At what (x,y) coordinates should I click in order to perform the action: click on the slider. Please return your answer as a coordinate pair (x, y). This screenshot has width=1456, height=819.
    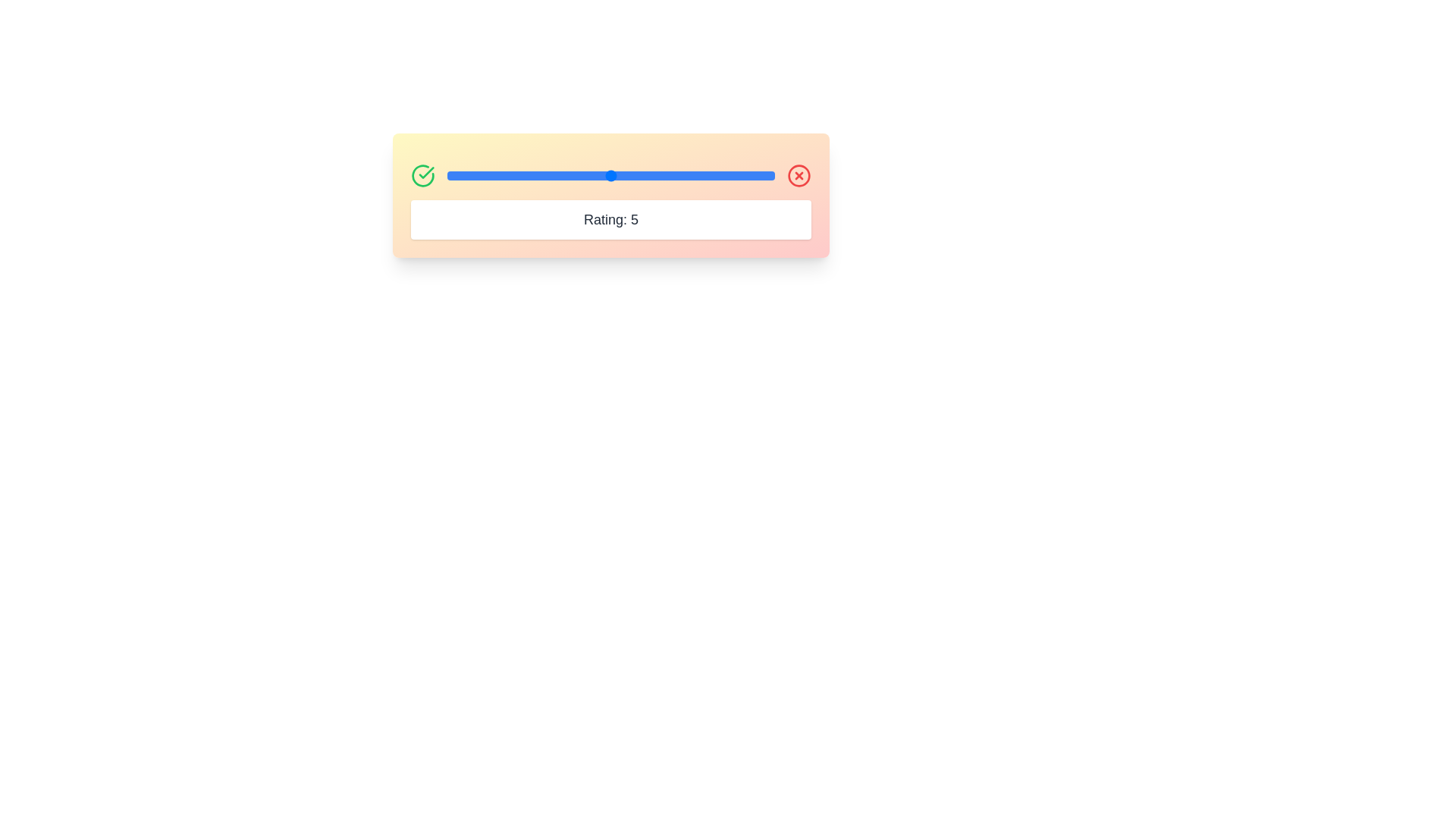
    Looking at the image, I should click on (644, 174).